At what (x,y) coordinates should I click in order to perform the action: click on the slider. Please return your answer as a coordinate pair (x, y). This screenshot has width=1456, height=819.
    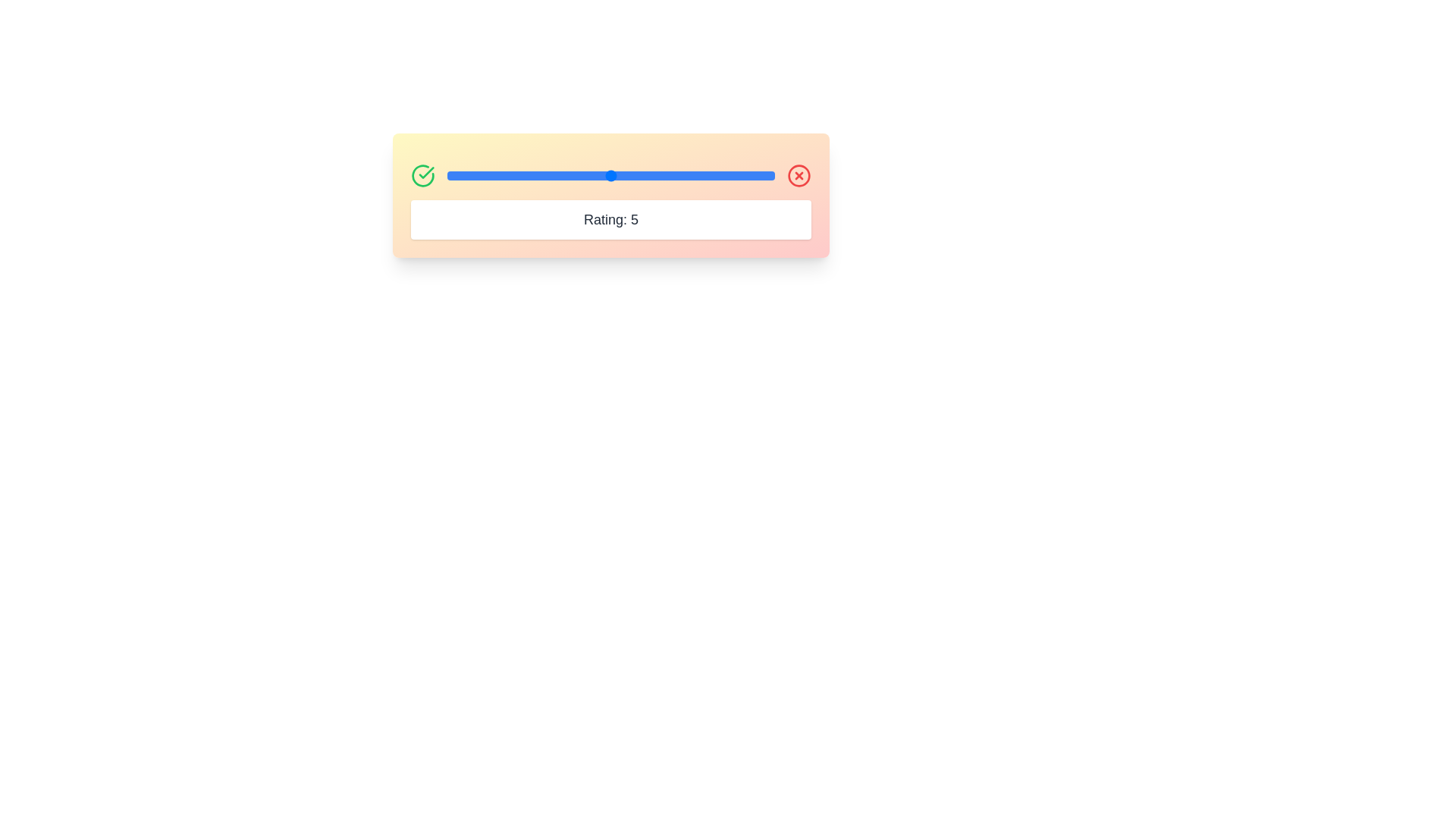
    Looking at the image, I should click on (644, 174).